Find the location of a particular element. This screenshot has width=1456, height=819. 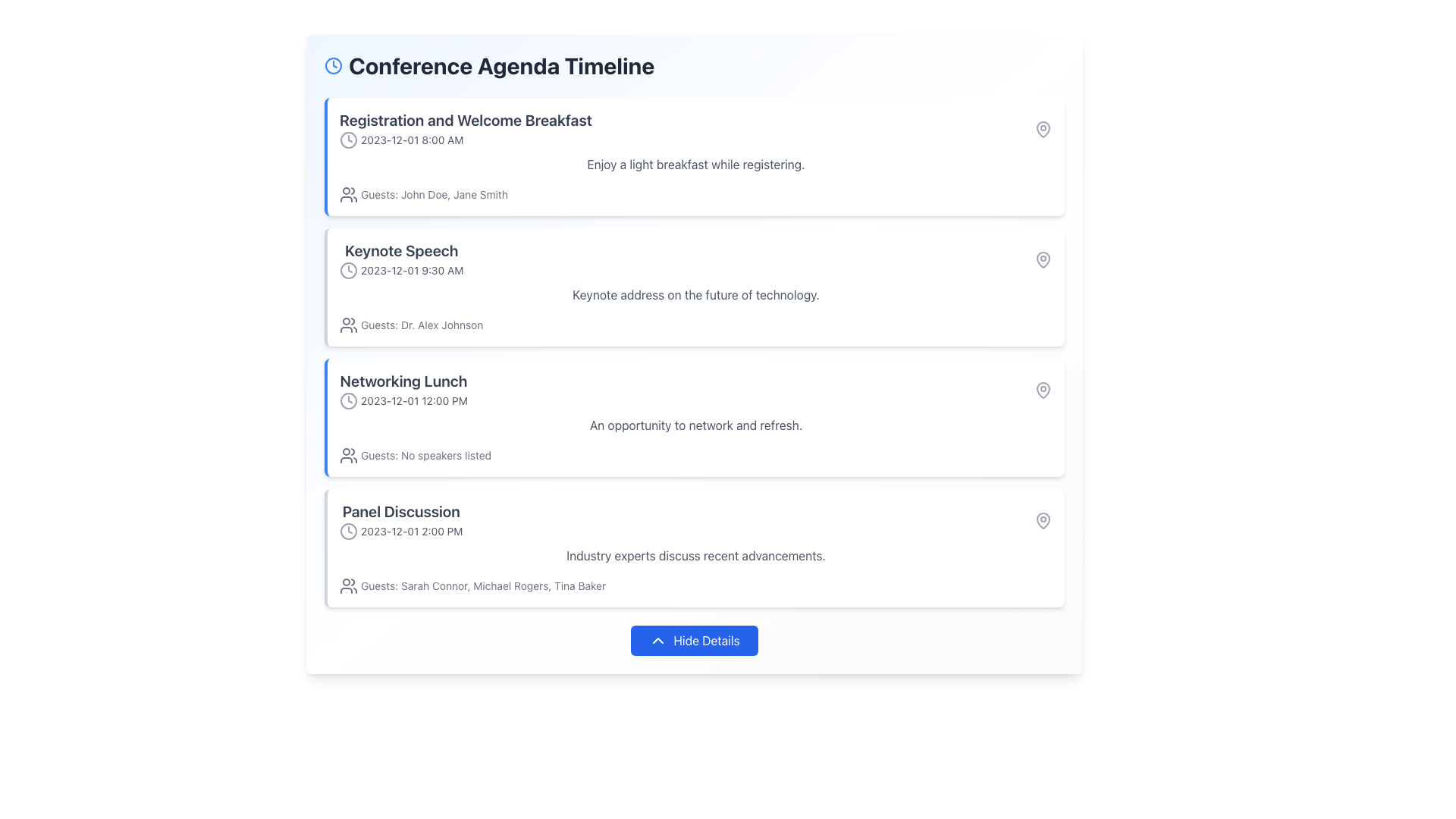

information from the Text Block with Icon that displays 'Panel Discussion' and the date and time '2023-12-01 2:00 PM' is located at coordinates (401, 519).